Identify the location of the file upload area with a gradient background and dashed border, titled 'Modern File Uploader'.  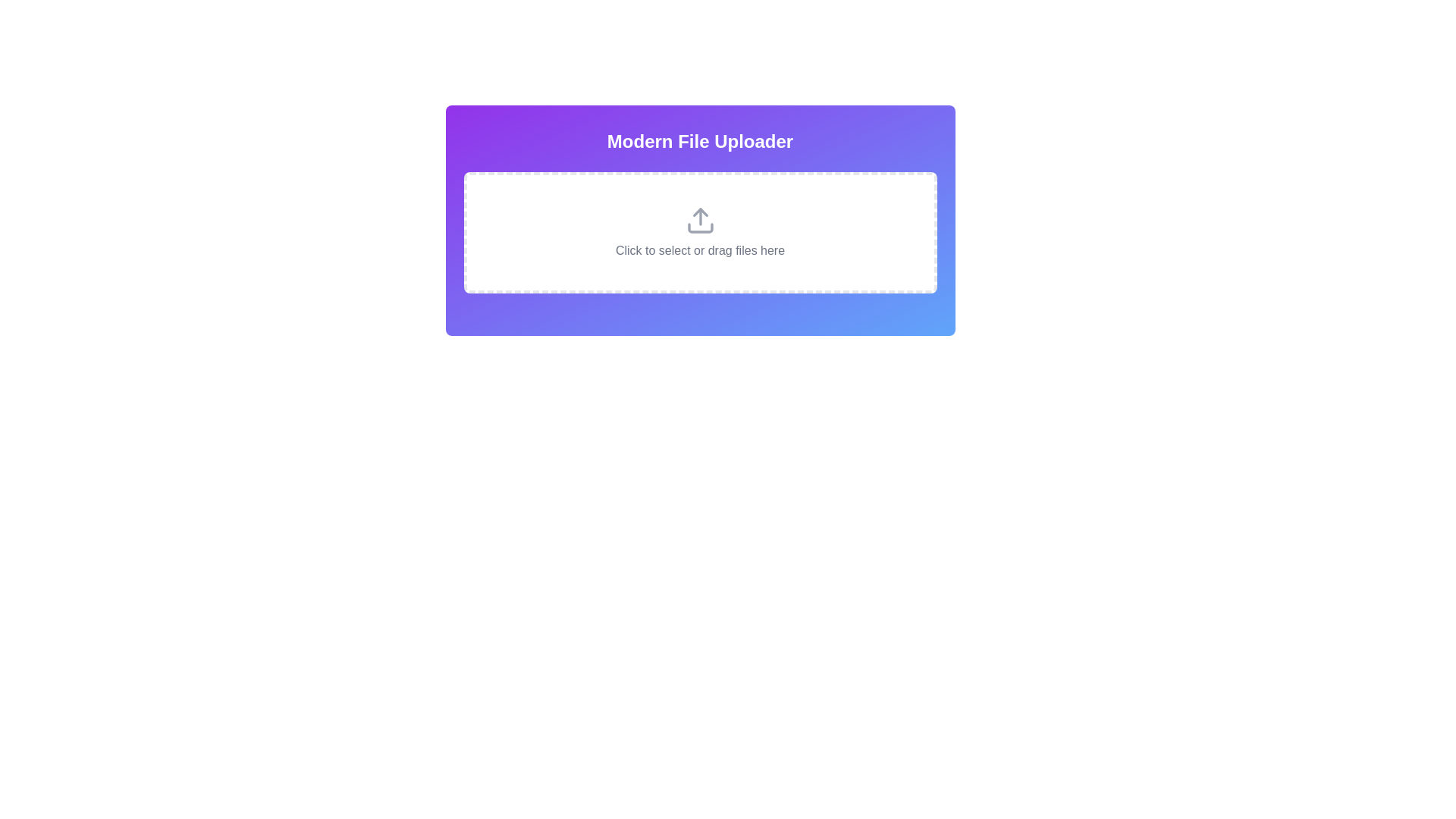
(699, 220).